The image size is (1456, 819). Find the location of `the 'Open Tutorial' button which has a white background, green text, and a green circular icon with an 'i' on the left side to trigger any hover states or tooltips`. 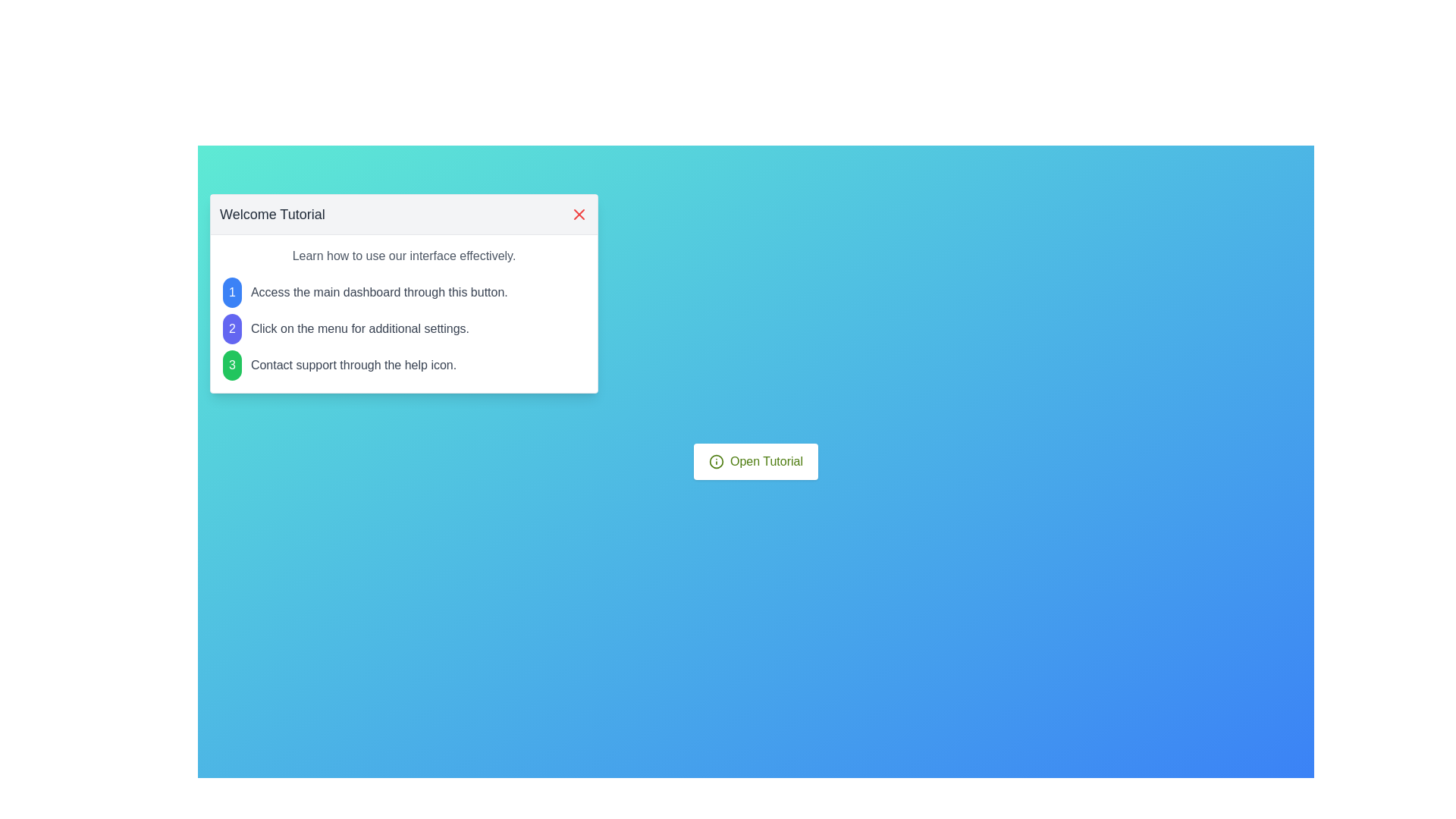

the 'Open Tutorial' button which has a white background, green text, and a green circular icon with an 'i' on the left side to trigger any hover states or tooltips is located at coordinates (756, 461).